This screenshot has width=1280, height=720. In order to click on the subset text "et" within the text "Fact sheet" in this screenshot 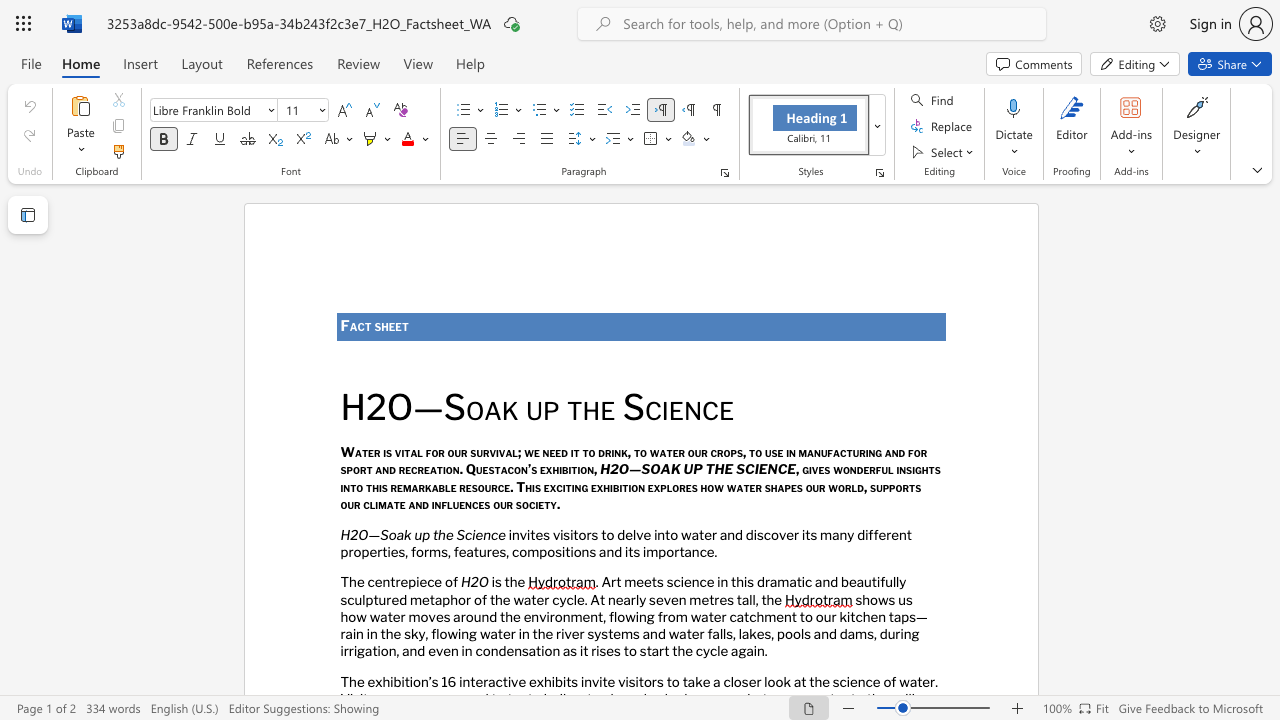, I will do `click(395, 325)`.